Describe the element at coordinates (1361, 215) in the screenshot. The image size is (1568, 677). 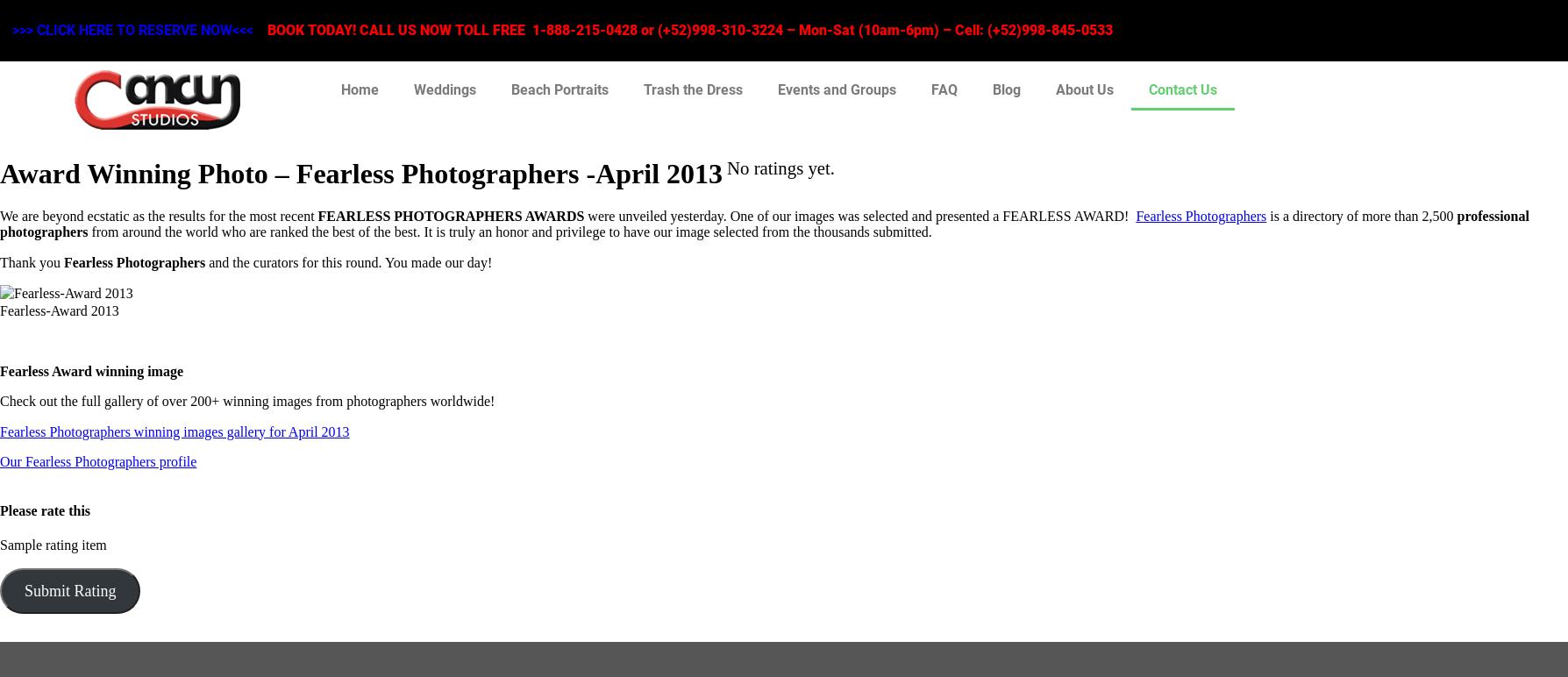
I see `'is a directory of more than 2,500'` at that location.